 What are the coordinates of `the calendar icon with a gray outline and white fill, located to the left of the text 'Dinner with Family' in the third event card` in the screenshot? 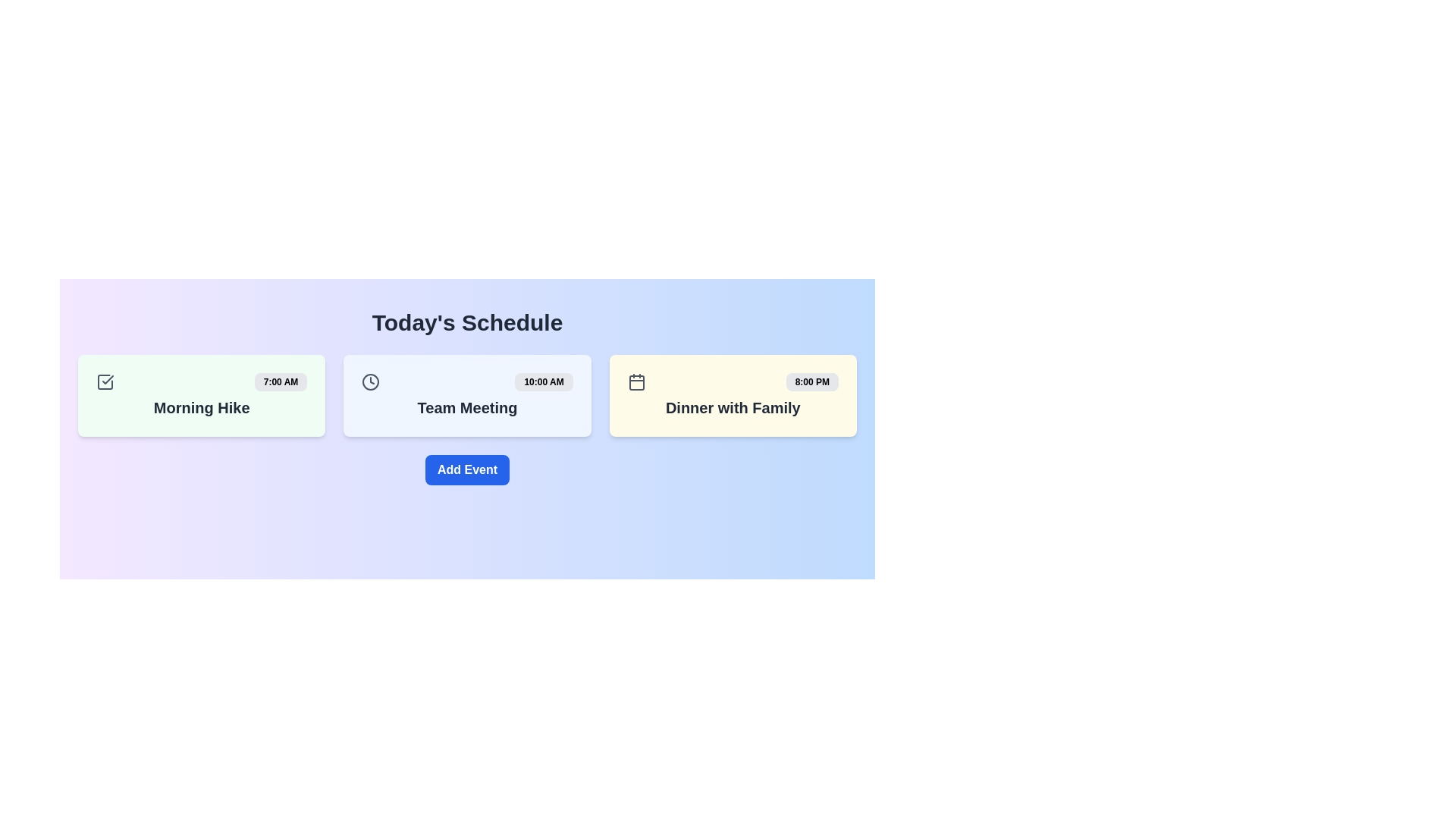 It's located at (636, 381).